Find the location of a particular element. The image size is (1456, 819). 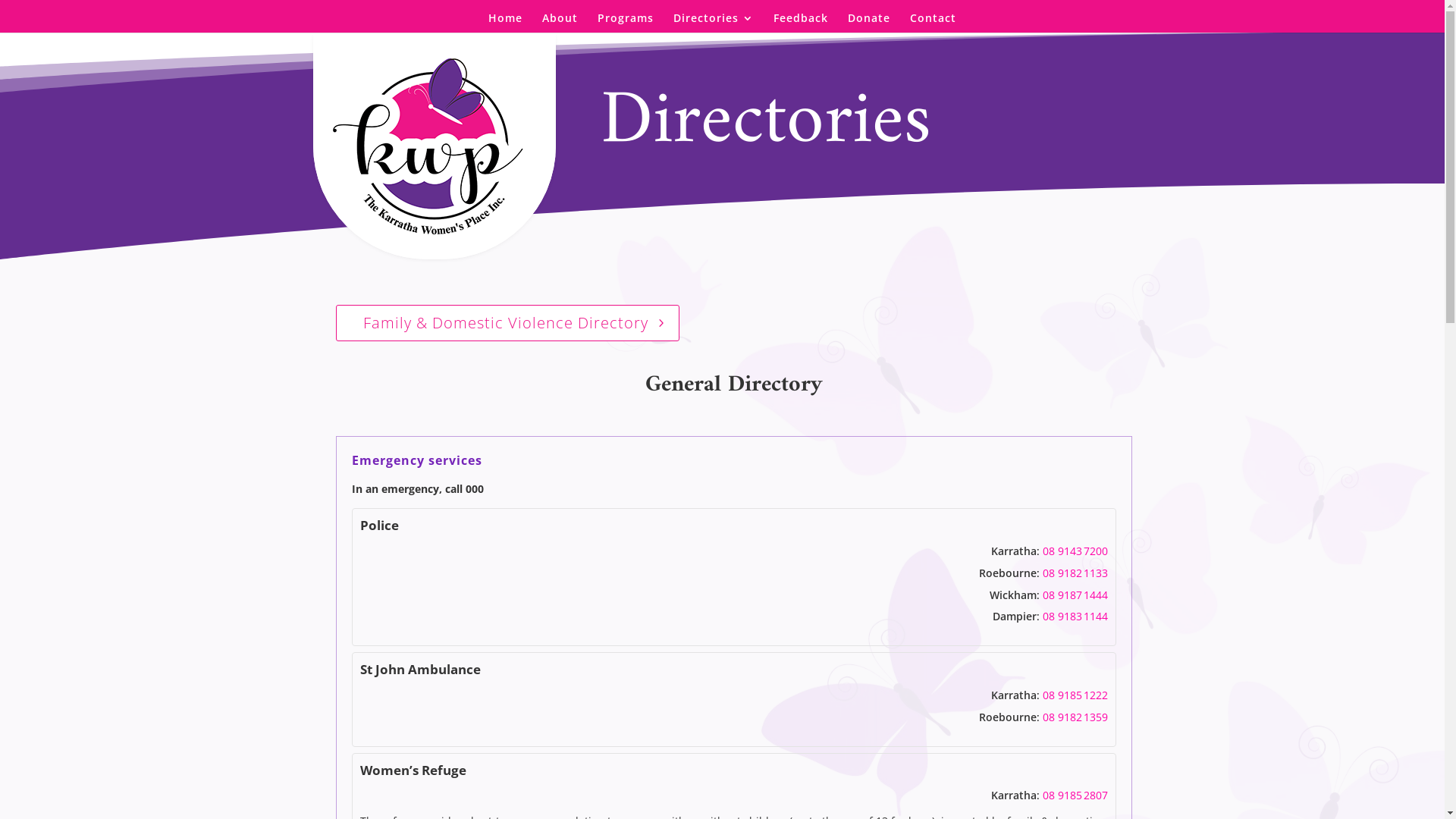

'Home' is located at coordinates (505, 23).